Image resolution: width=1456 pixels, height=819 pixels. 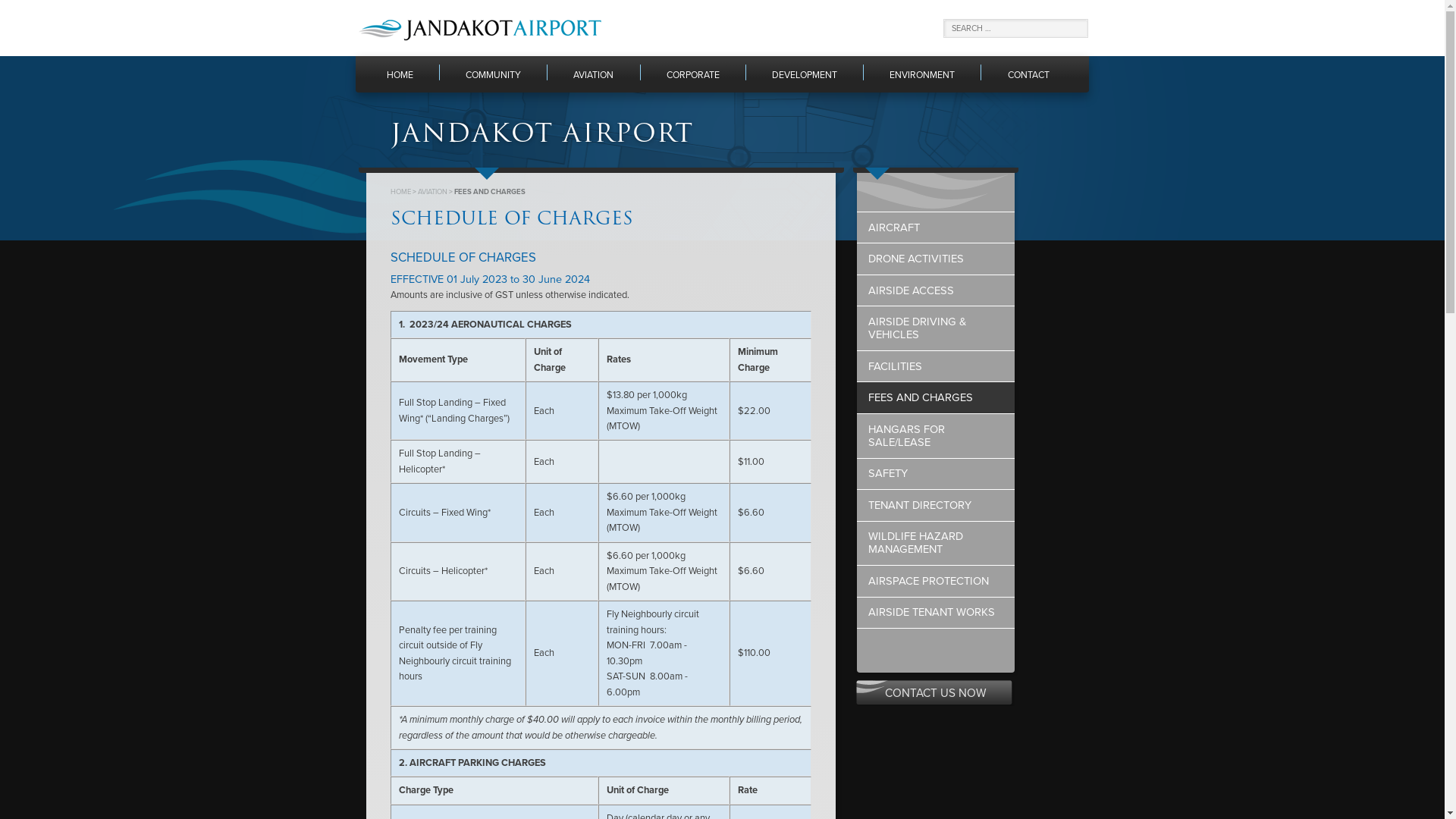 What do you see at coordinates (493, 74) in the screenshot?
I see `'COMMUNITY'` at bounding box center [493, 74].